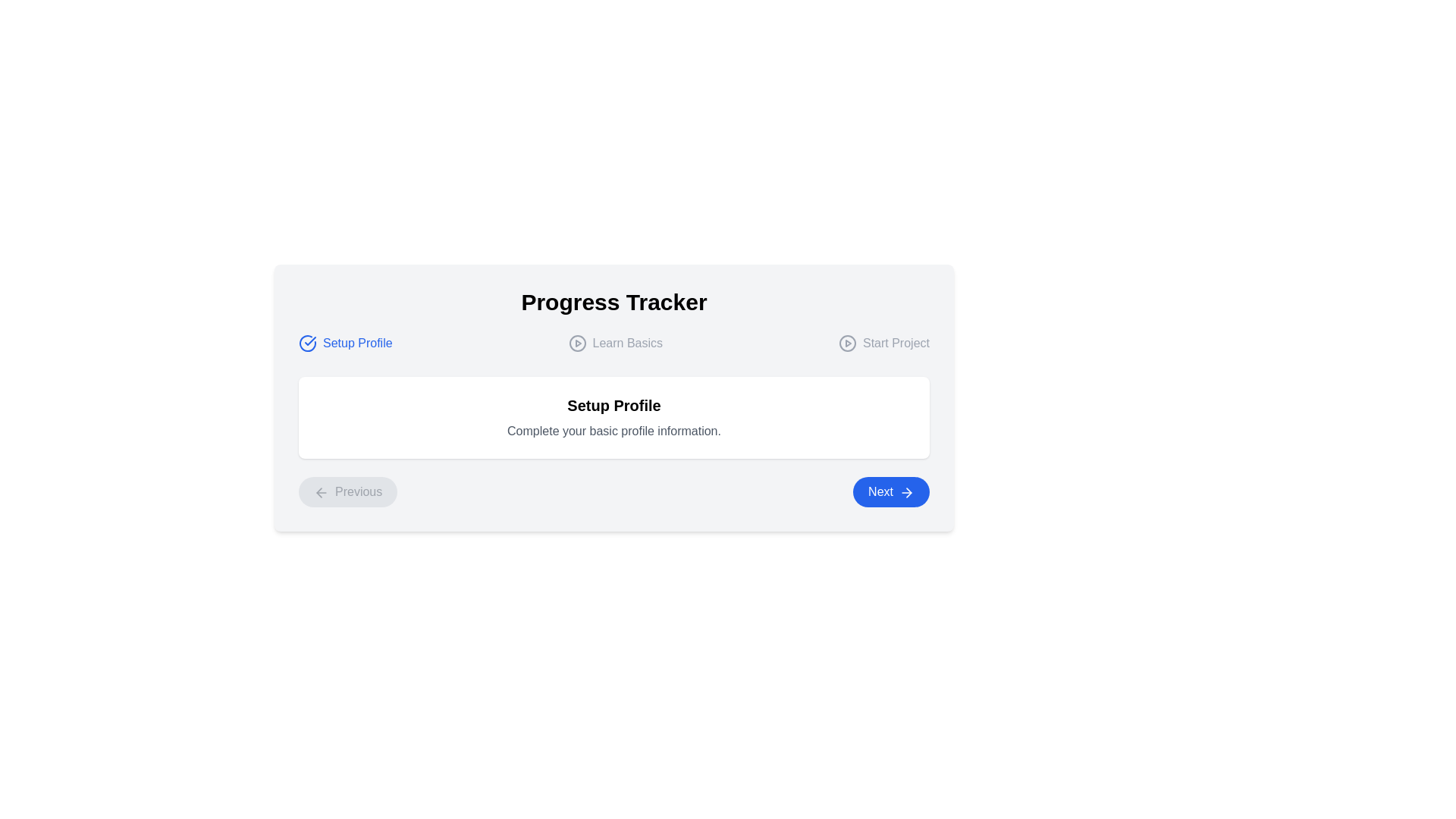 The width and height of the screenshot is (1456, 819). Describe the element at coordinates (891, 491) in the screenshot. I see `the 'Next' button to navigate to the next task` at that location.